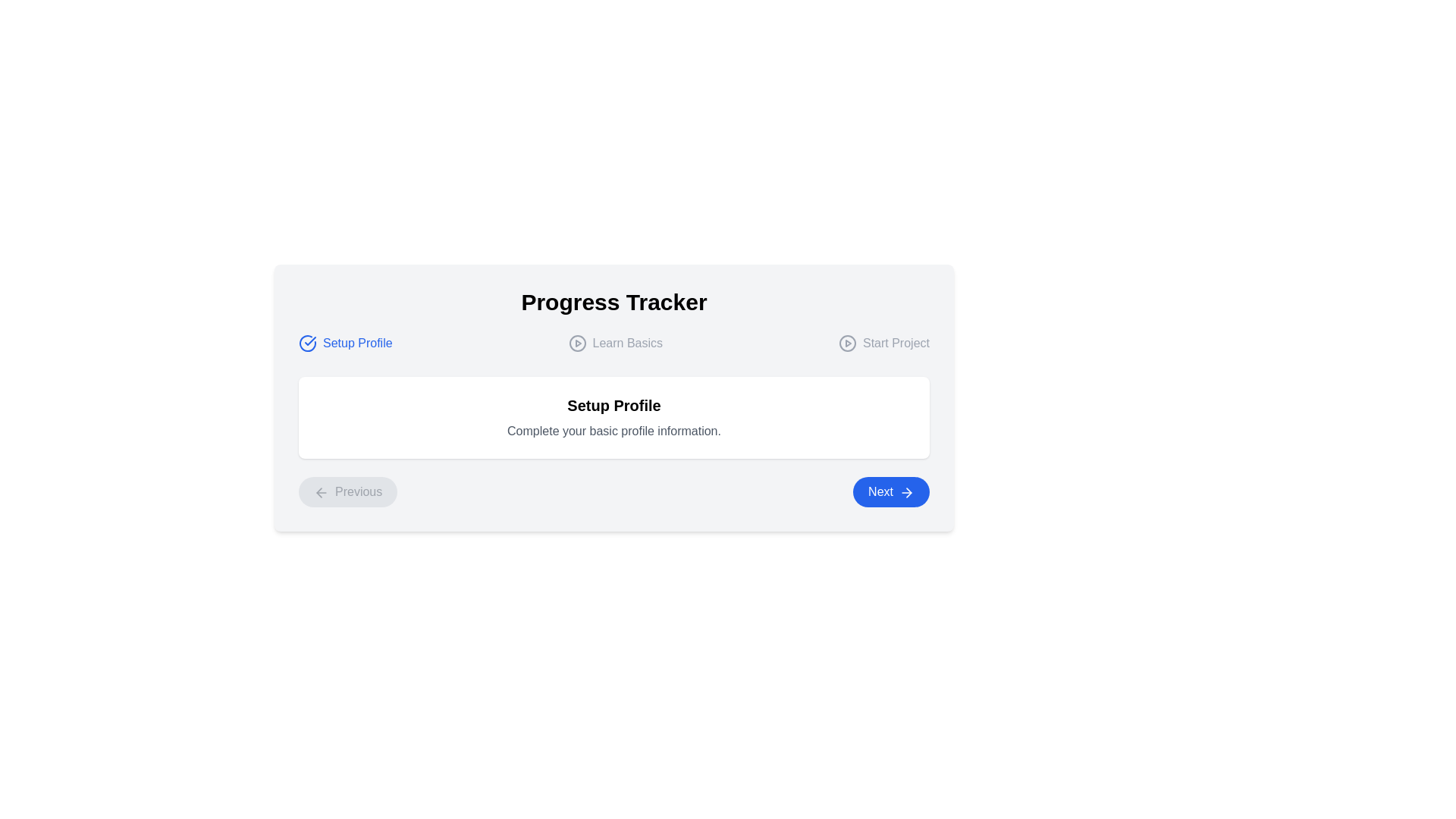 The width and height of the screenshot is (1456, 819). Describe the element at coordinates (891, 491) in the screenshot. I see `the 'Next' button to navigate to the next task` at that location.